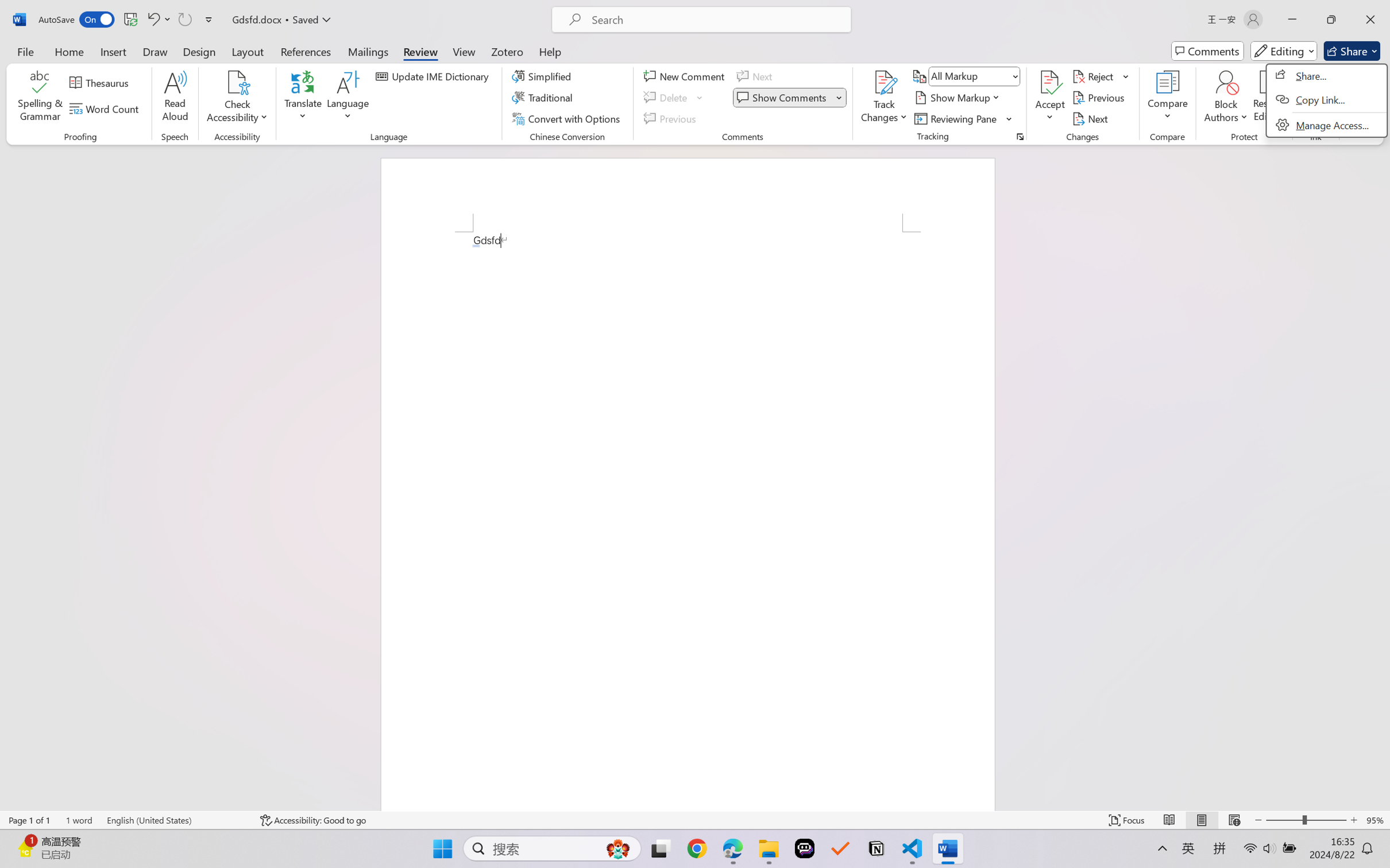  Describe the element at coordinates (716, 19) in the screenshot. I see `'Microsoft search'` at that location.